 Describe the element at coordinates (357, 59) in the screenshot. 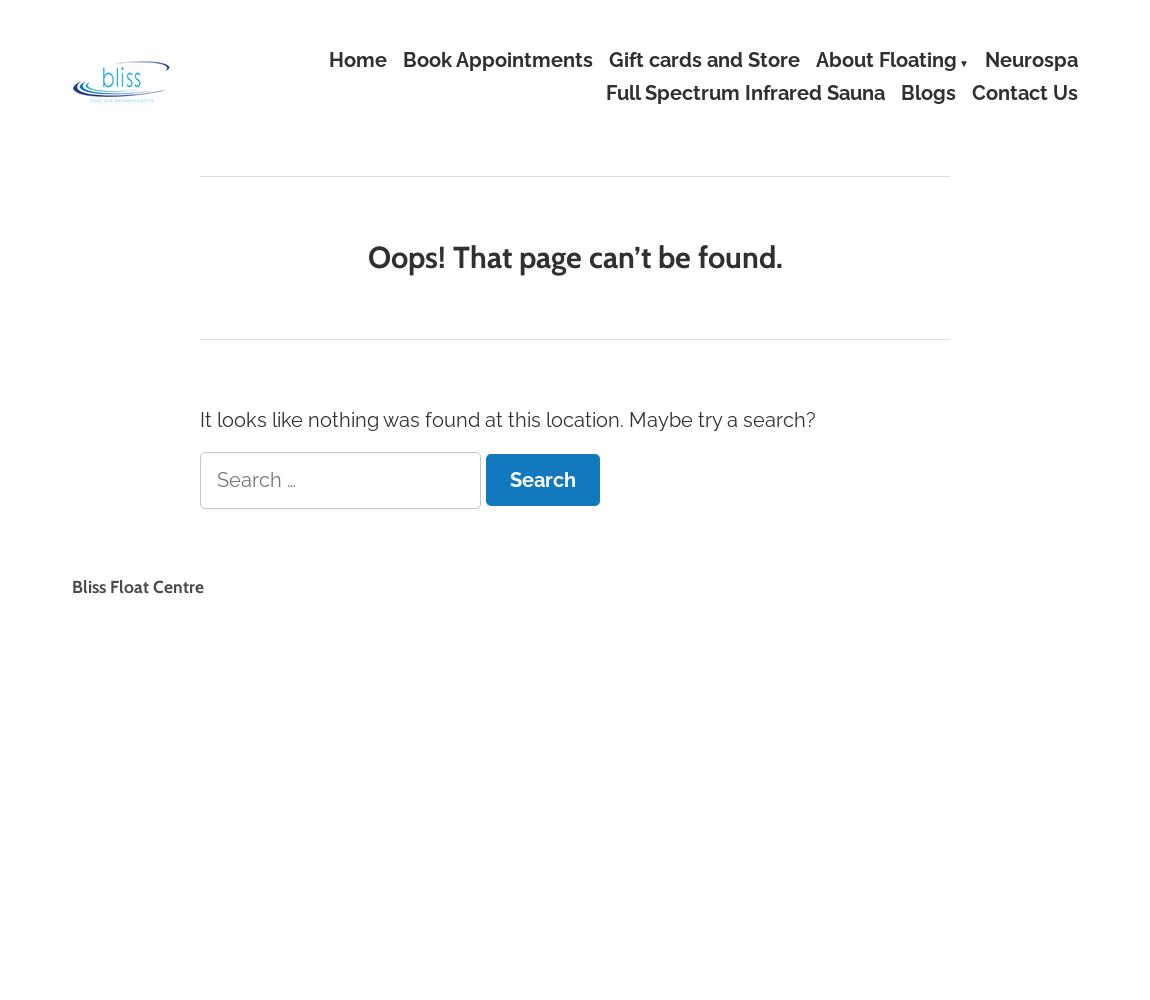

I see `'Home'` at that location.